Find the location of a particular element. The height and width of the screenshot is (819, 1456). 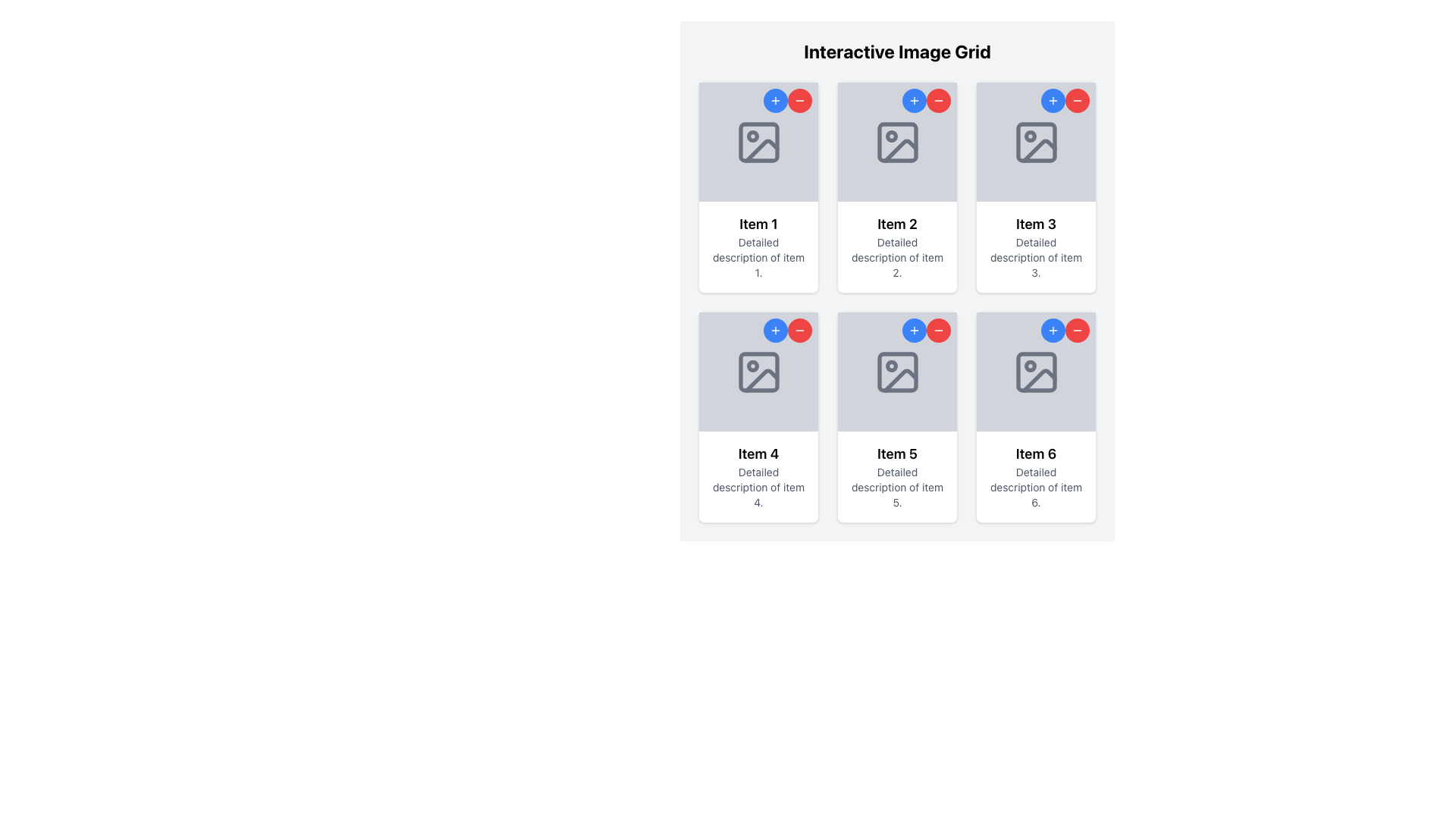

the image placeholder component located in the top row, first column of the grid layout, which has a light gray background and a central icon depicting an image placeholder is located at coordinates (758, 142).